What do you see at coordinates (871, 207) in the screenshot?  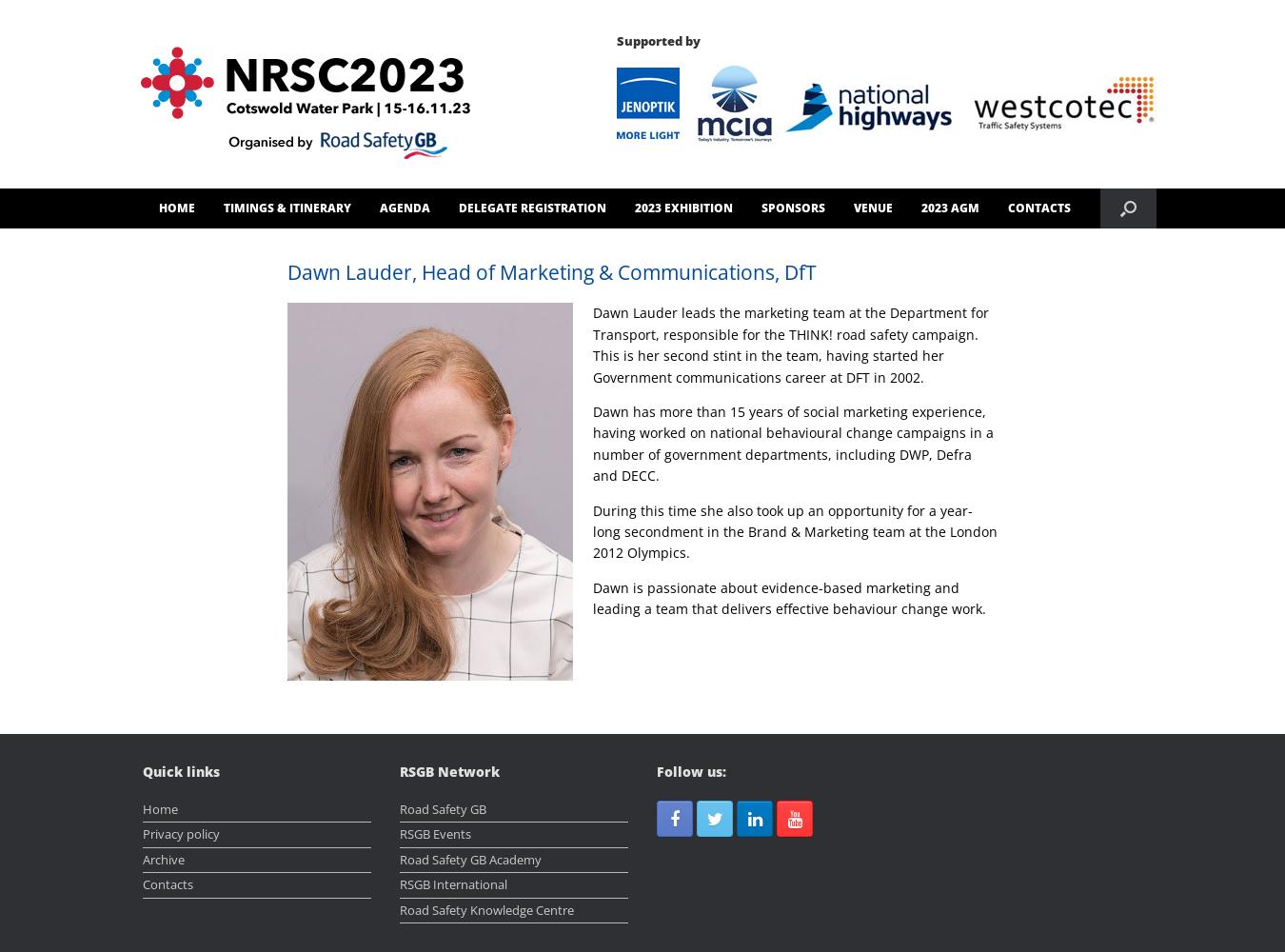 I see `'VENUE'` at bounding box center [871, 207].